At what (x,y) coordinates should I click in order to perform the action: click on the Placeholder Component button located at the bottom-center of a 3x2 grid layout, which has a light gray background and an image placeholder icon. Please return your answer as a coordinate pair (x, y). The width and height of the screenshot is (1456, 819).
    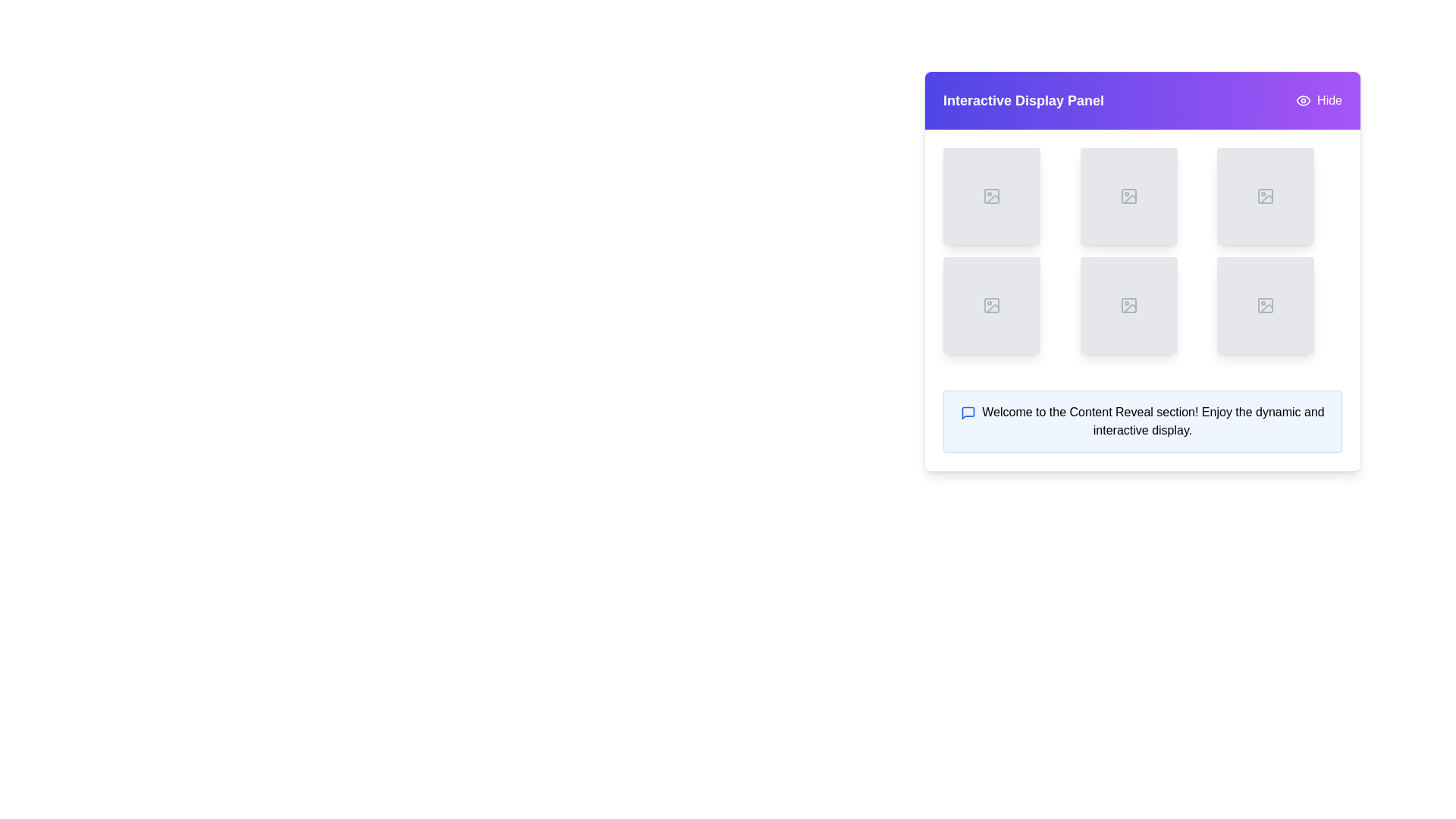
    Looking at the image, I should click on (1128, 305).